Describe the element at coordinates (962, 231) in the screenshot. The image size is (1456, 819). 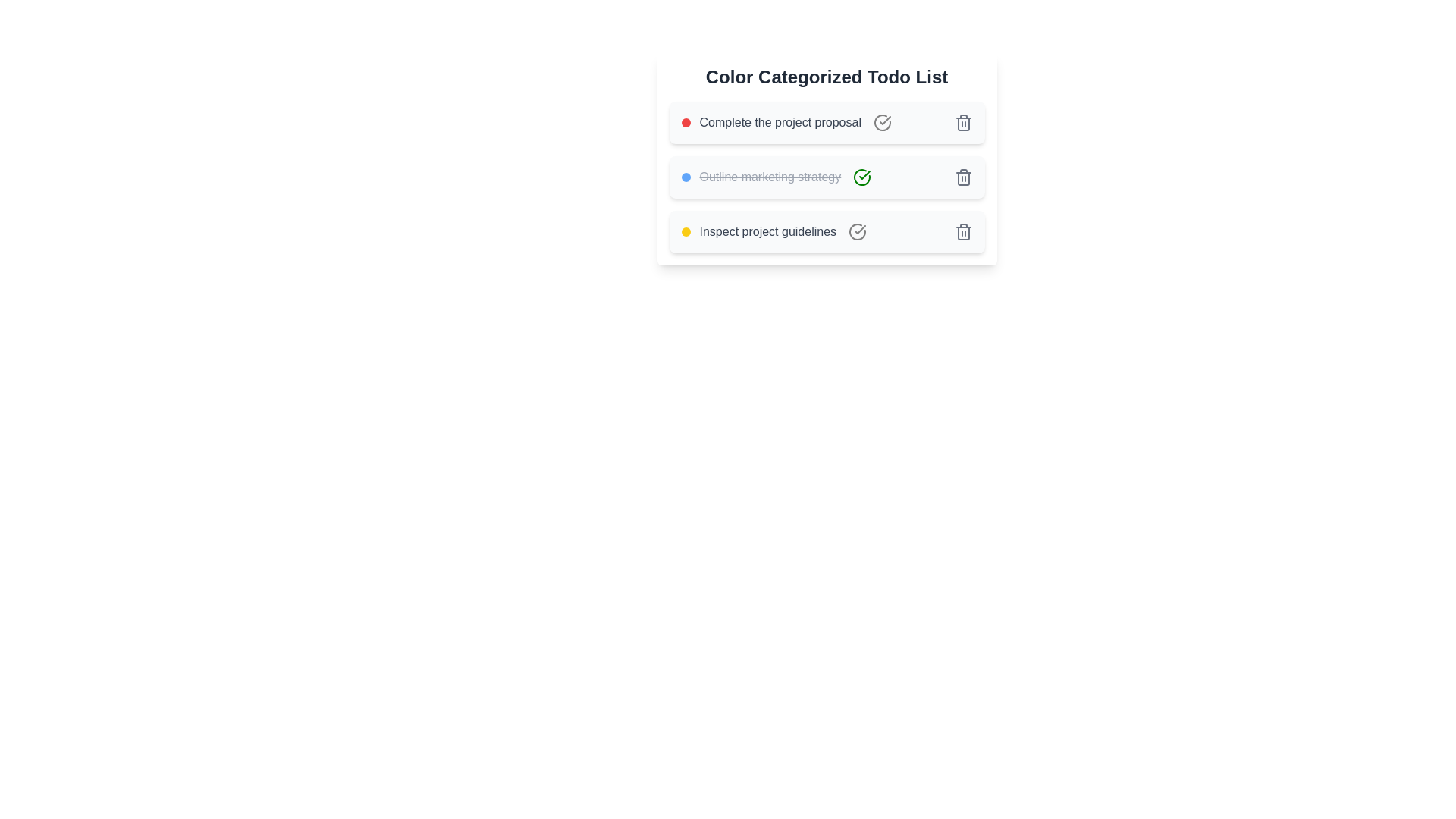
I see `the delete button for the task labeled 'Inspect project guidelines'` at that location.